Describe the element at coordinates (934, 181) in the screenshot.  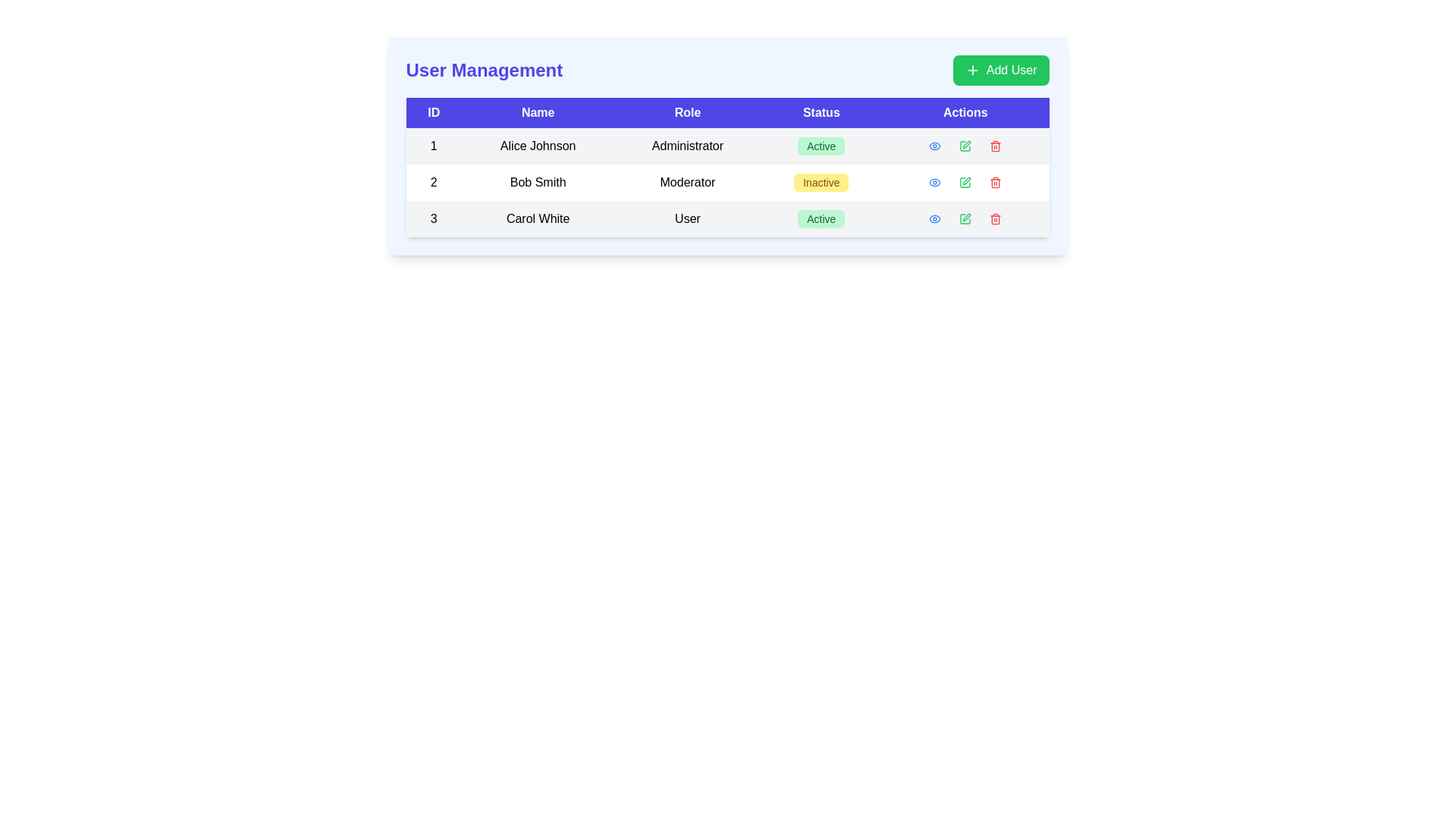
I see `the button located in the 'Actions' column of the second row of the table` at that location.